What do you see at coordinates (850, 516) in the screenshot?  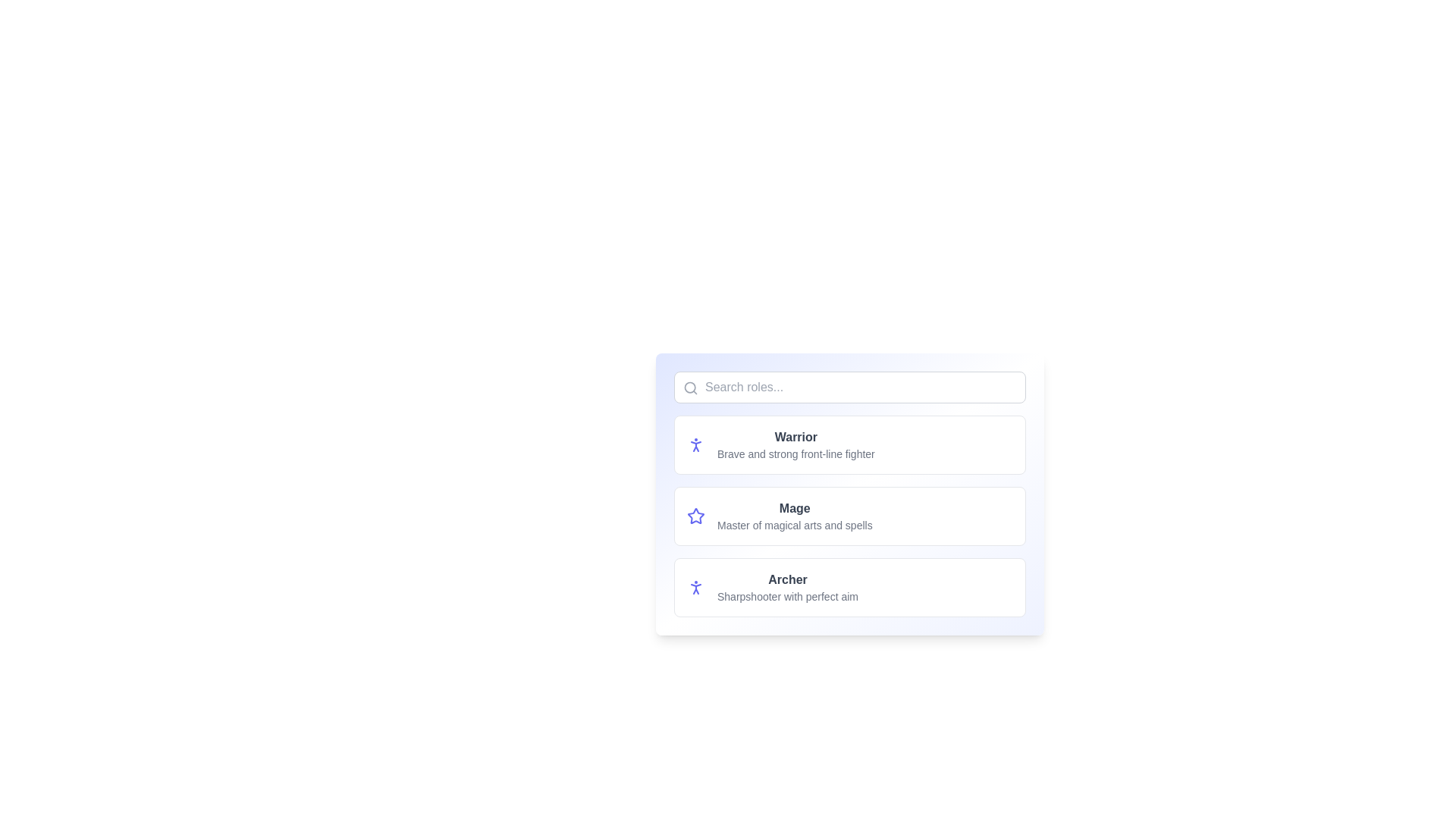 I see `the second panel in the vertical list of role descriptions` at bounding box center [850, 516].